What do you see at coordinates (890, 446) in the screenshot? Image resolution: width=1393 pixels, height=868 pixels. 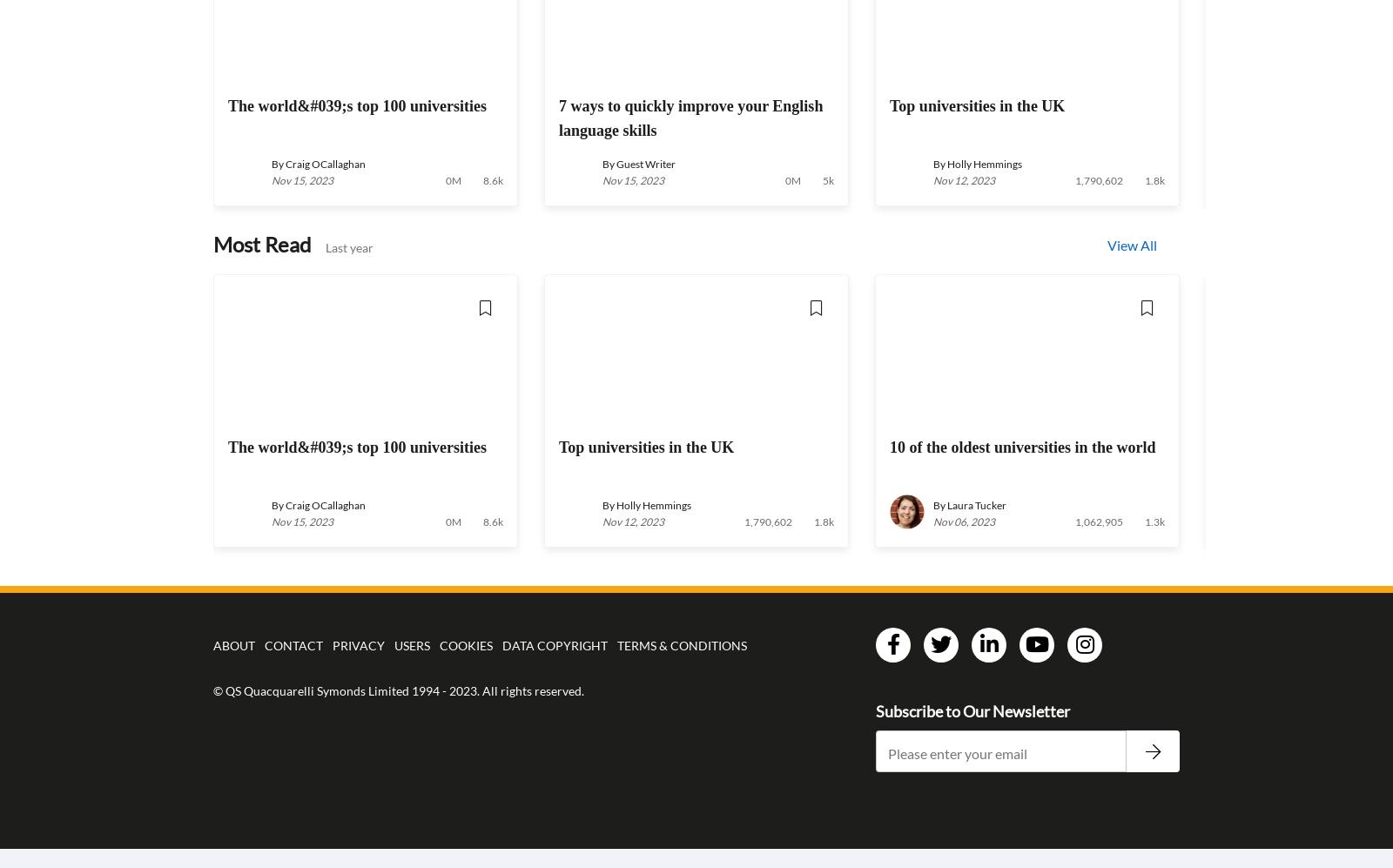 I see `'10 of the oldest universities in the world'` at bounding box center [890, 446].